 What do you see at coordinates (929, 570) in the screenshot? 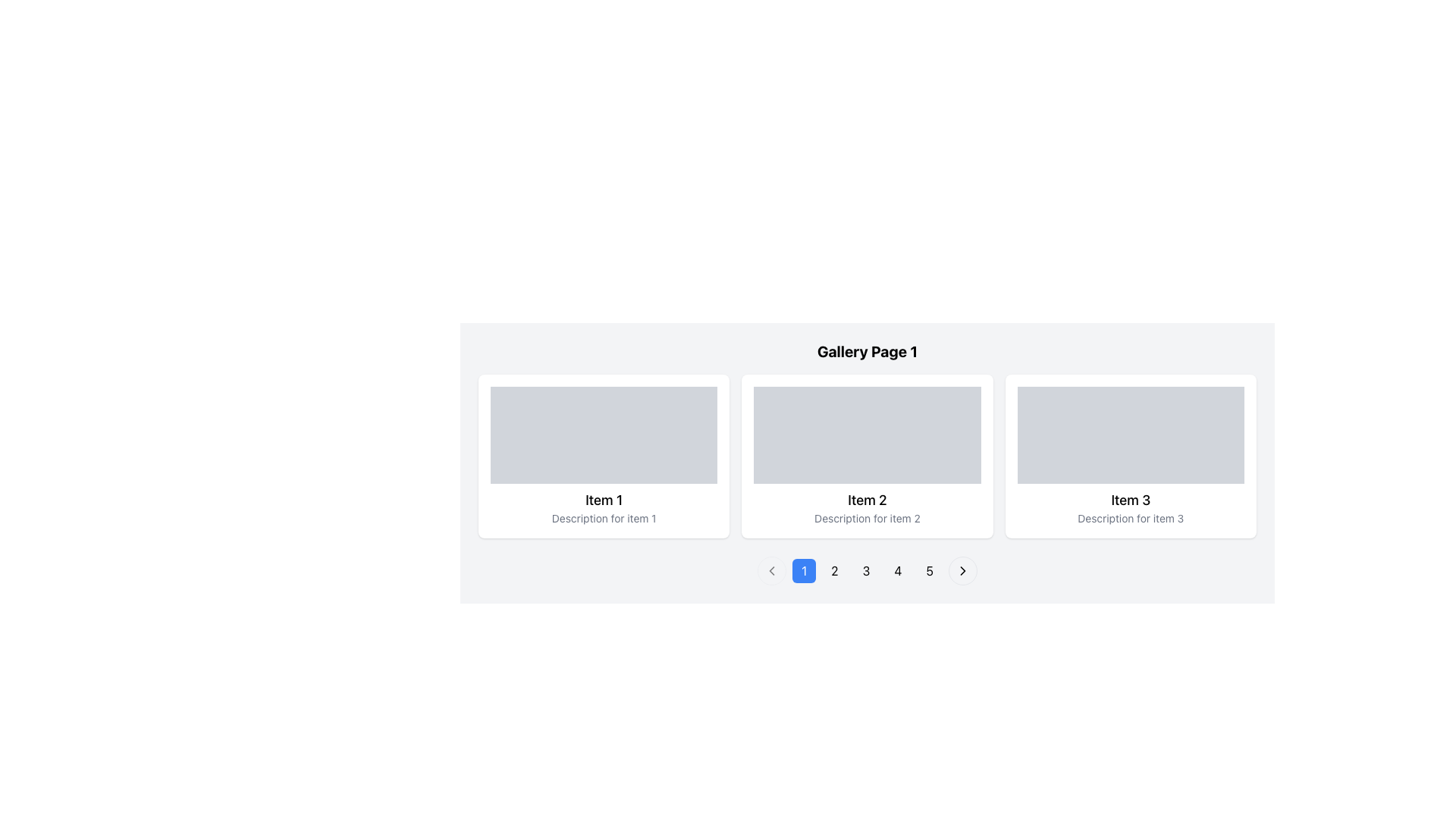
I see `the numeric button displaying the number '5'` at bounding box center [929, 570].